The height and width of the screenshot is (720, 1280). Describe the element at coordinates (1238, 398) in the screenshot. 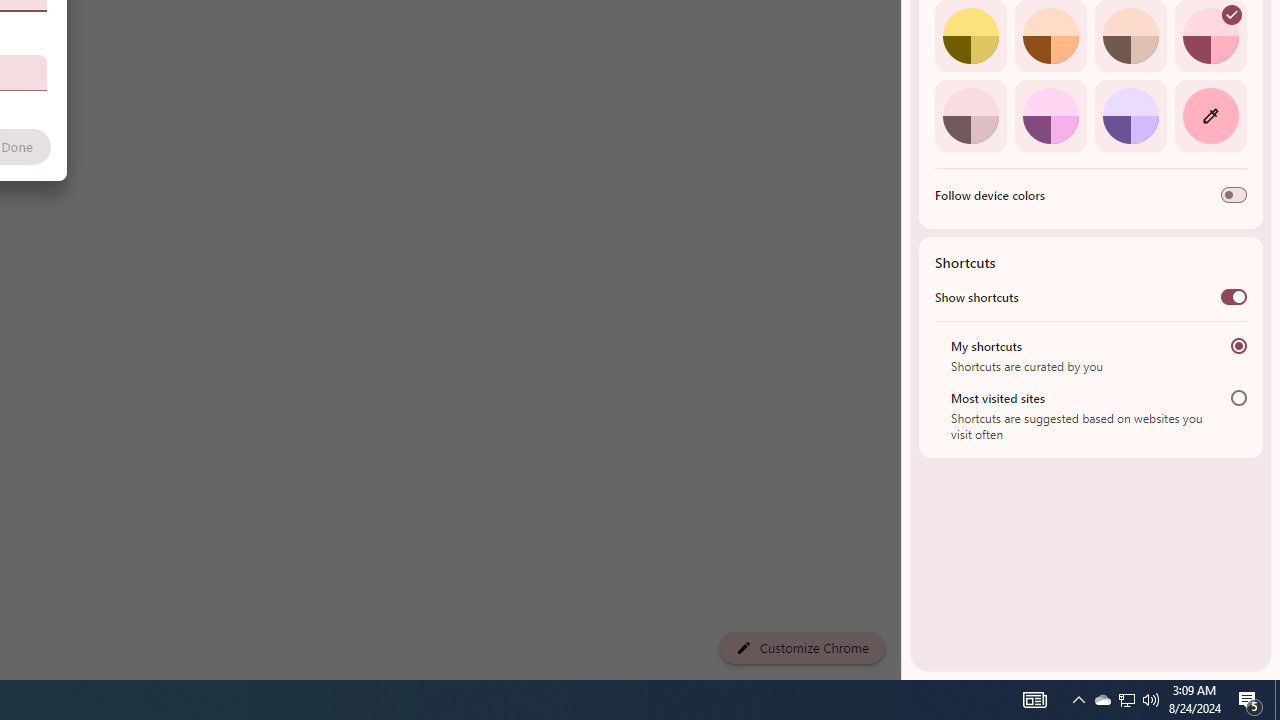

I see `'Most visited sites'` at that location.